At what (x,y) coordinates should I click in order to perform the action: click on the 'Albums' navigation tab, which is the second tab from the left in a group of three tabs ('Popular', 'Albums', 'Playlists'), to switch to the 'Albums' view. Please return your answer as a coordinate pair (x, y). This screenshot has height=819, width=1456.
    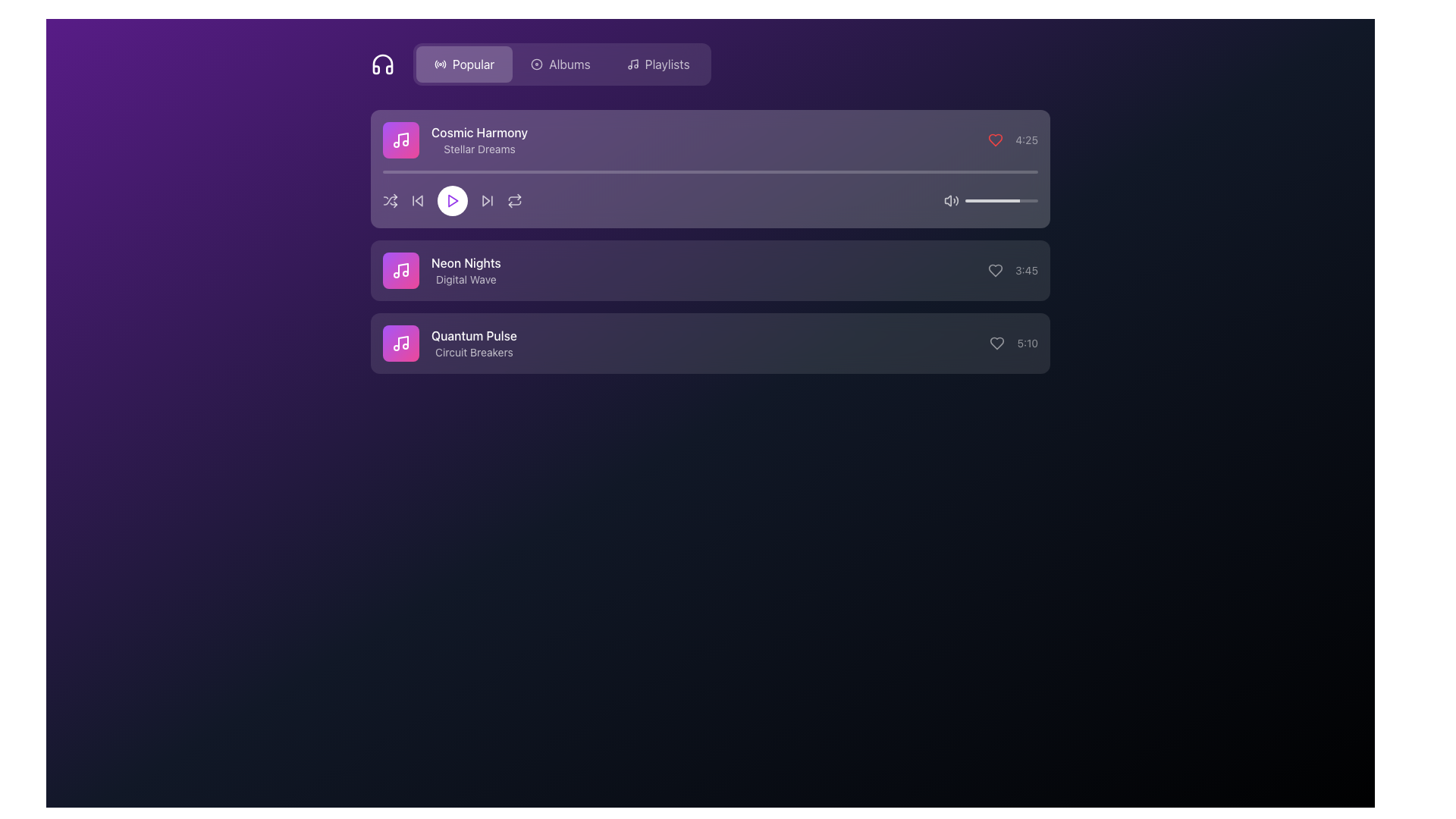
    Looking at the image, I should click on (561, 63).